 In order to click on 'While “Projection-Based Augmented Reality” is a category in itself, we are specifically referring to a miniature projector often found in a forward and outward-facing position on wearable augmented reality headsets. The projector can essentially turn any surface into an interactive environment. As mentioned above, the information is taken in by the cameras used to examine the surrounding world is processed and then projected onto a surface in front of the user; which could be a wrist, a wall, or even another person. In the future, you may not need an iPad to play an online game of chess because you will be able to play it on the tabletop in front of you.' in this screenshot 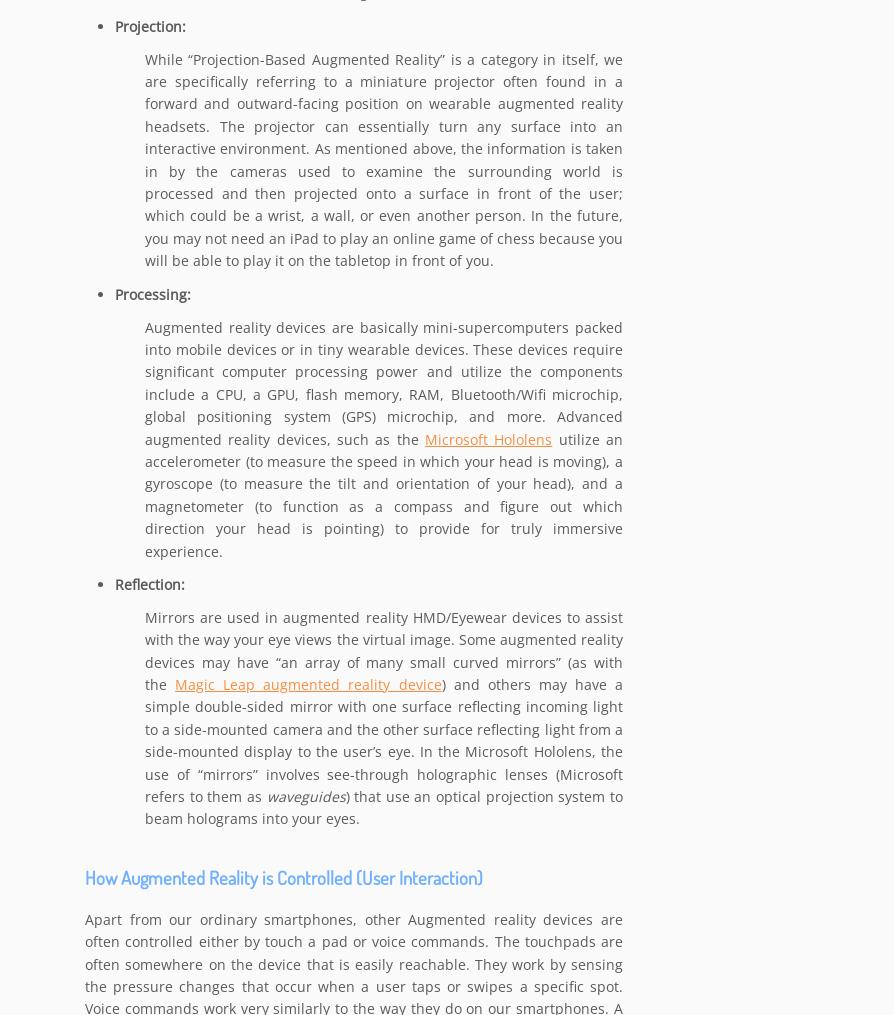, I will do `click(382, 159)`.